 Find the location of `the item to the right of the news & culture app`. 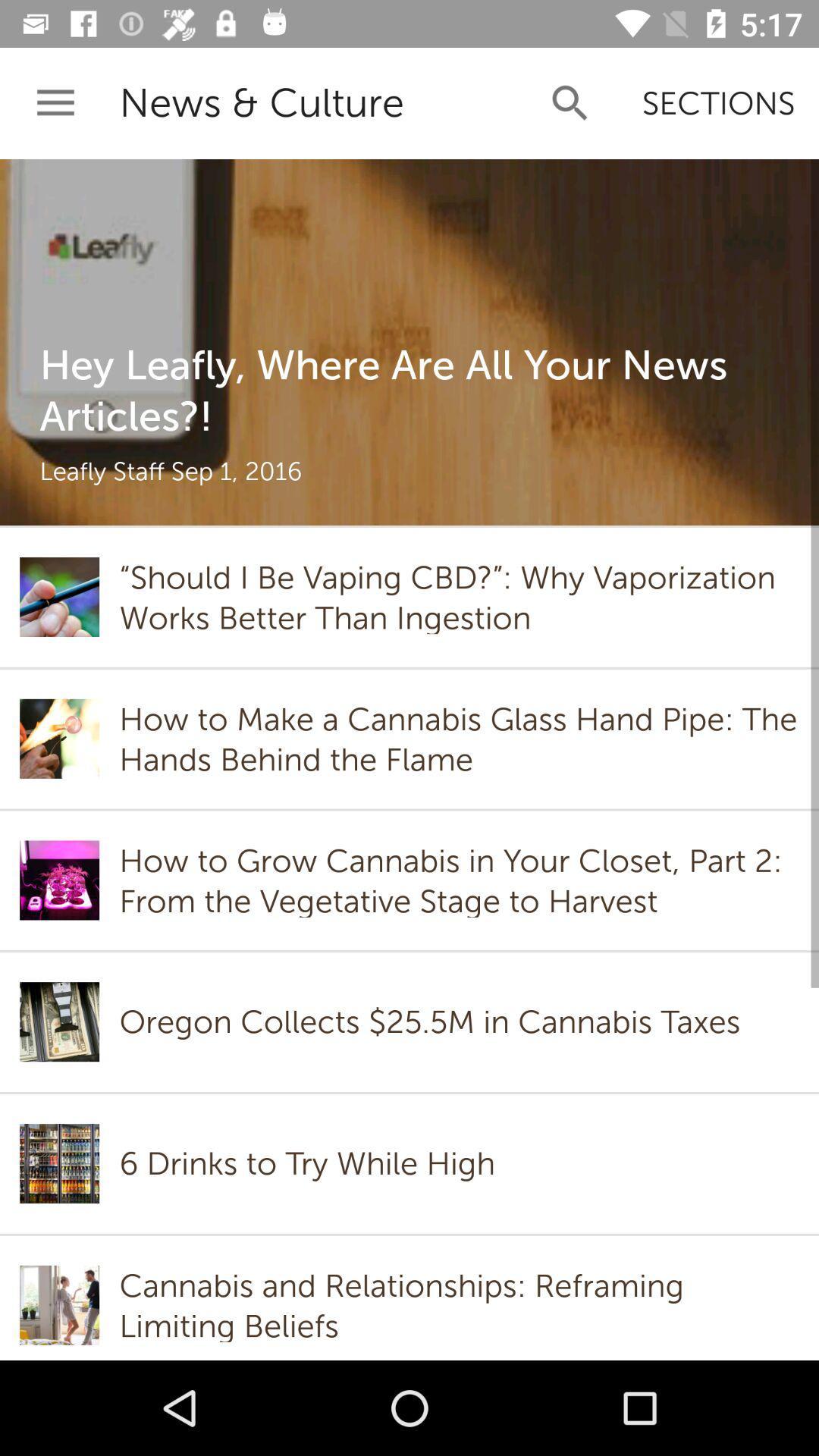

the item to the right of the news & culture app is located at coordinates (570, 102).